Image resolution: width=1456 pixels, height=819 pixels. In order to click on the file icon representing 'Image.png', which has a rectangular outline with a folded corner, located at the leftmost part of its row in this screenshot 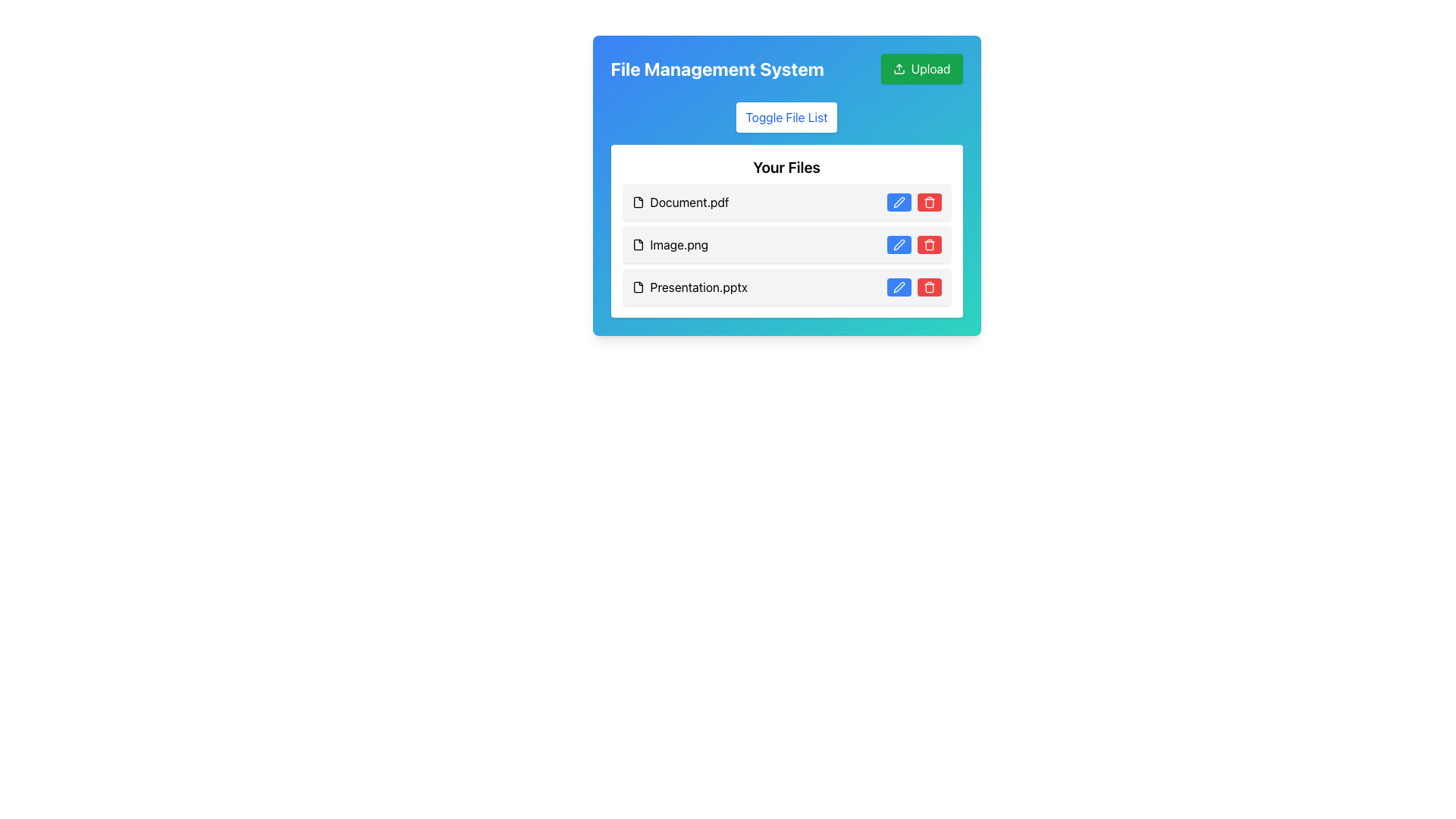, I will do `click(638, 244)`.